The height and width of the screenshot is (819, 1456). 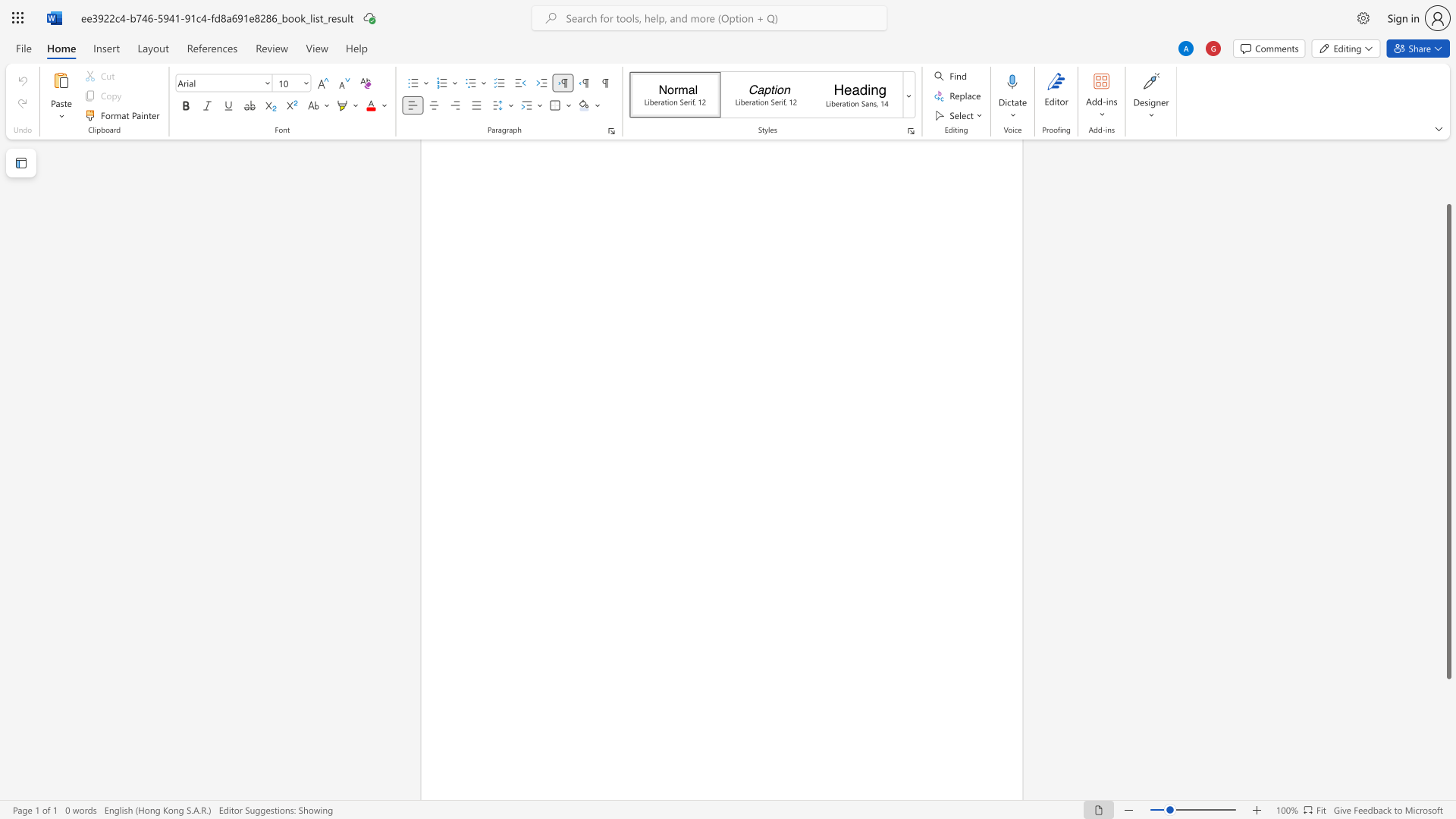 I want to click on the vertical scrollbar to raise the page content, so click(x=1448, y=189).